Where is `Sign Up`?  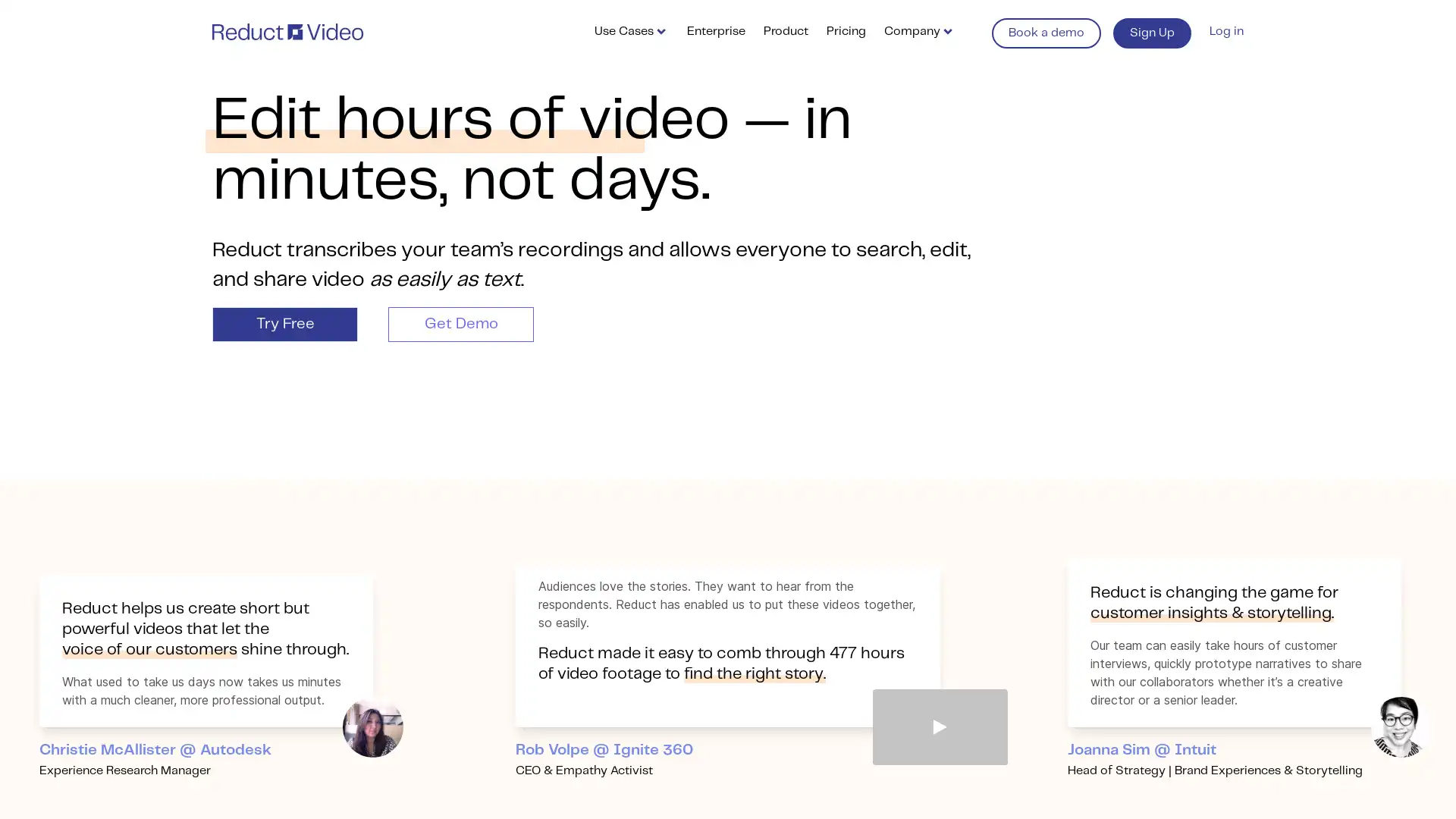
Sign Up is located at coordinates (1152, 33).